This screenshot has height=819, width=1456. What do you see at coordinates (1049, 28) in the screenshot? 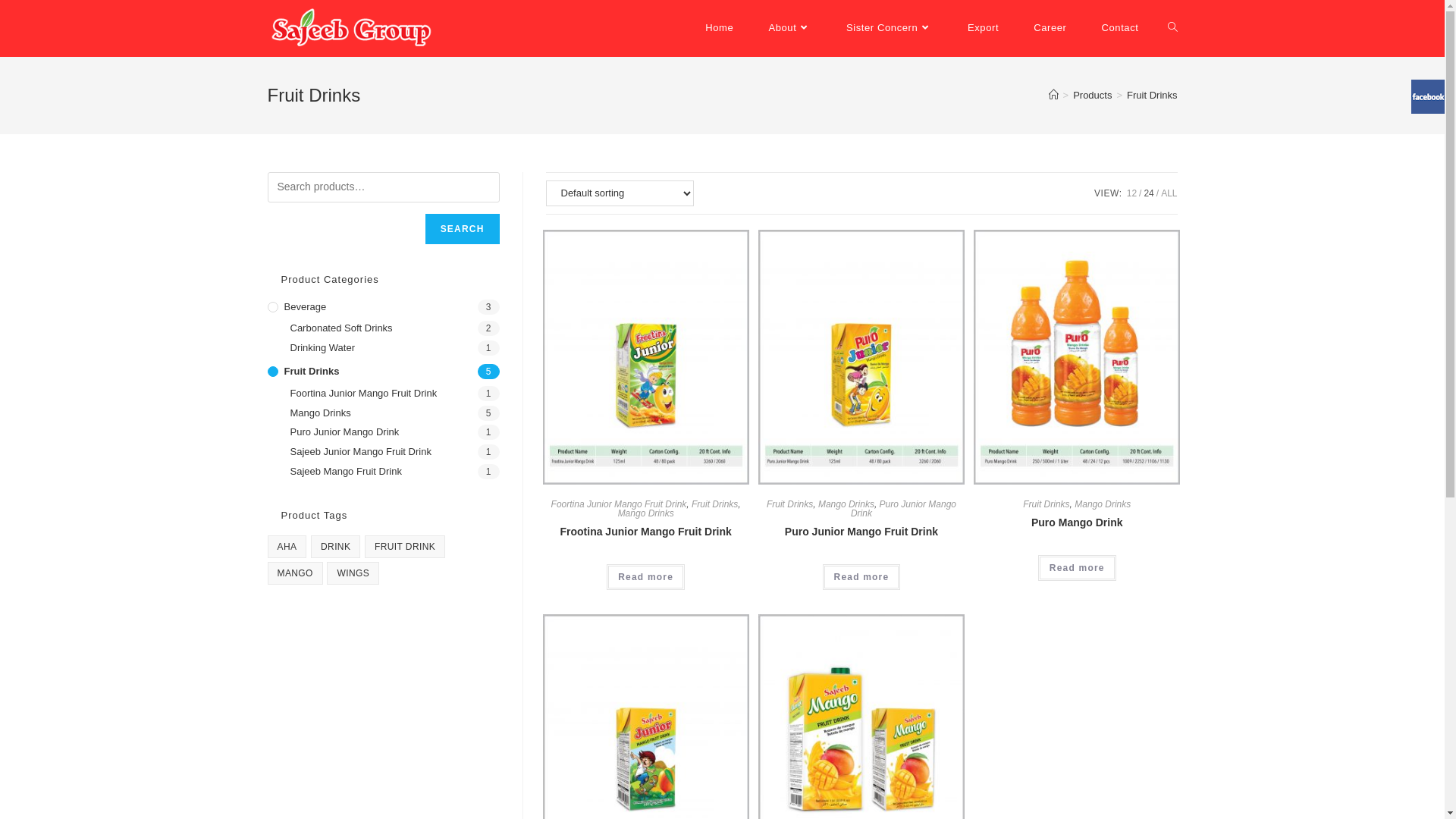
I see `'Career'` at bounding box center [1049, 28].